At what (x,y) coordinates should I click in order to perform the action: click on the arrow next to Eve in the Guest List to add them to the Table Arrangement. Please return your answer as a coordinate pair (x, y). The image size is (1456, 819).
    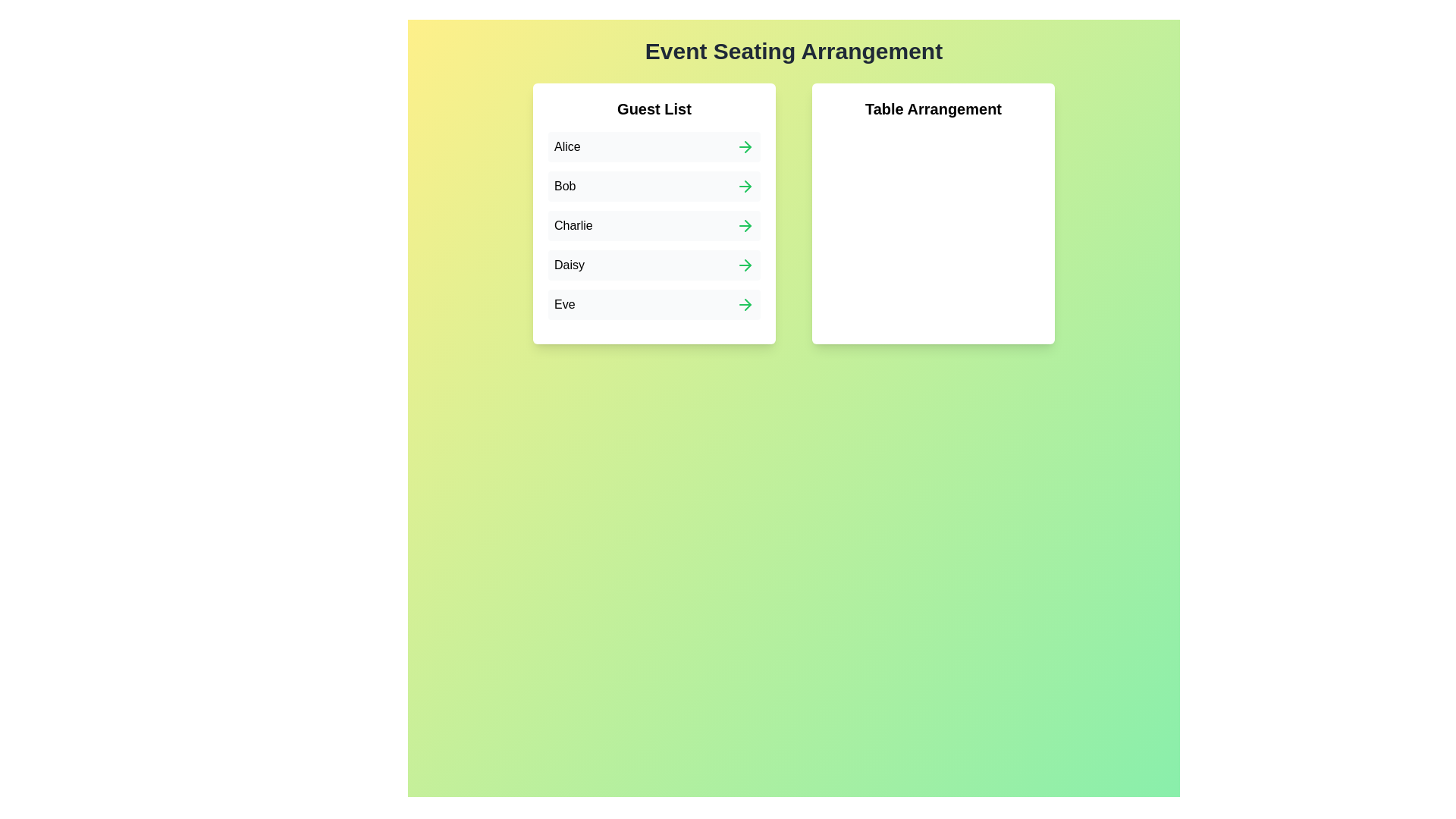
    Looking at the image, I should click on (745, 304).